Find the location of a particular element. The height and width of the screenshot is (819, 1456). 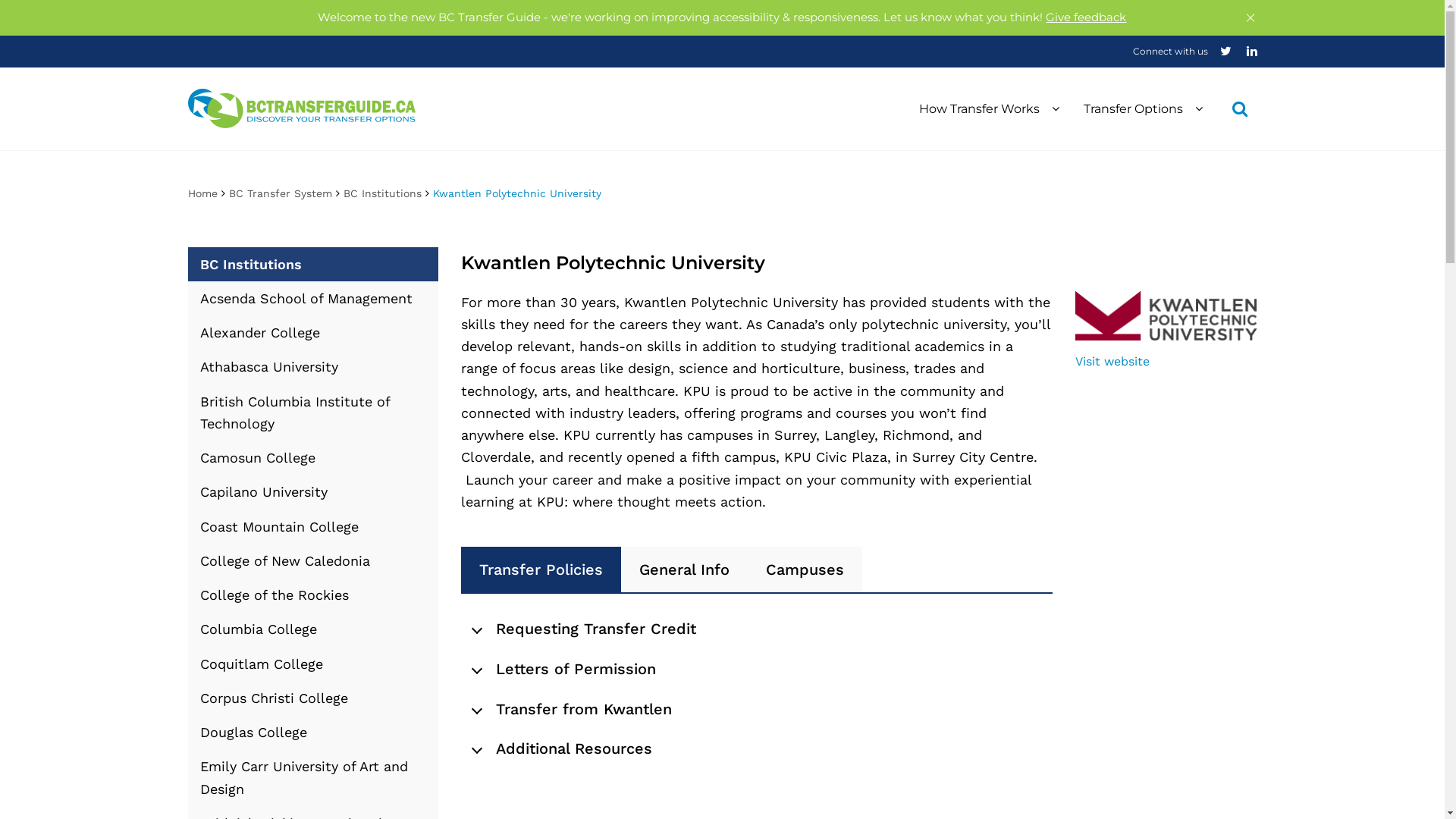

'Corpus Christi College' is located at coordinates (312, 698).